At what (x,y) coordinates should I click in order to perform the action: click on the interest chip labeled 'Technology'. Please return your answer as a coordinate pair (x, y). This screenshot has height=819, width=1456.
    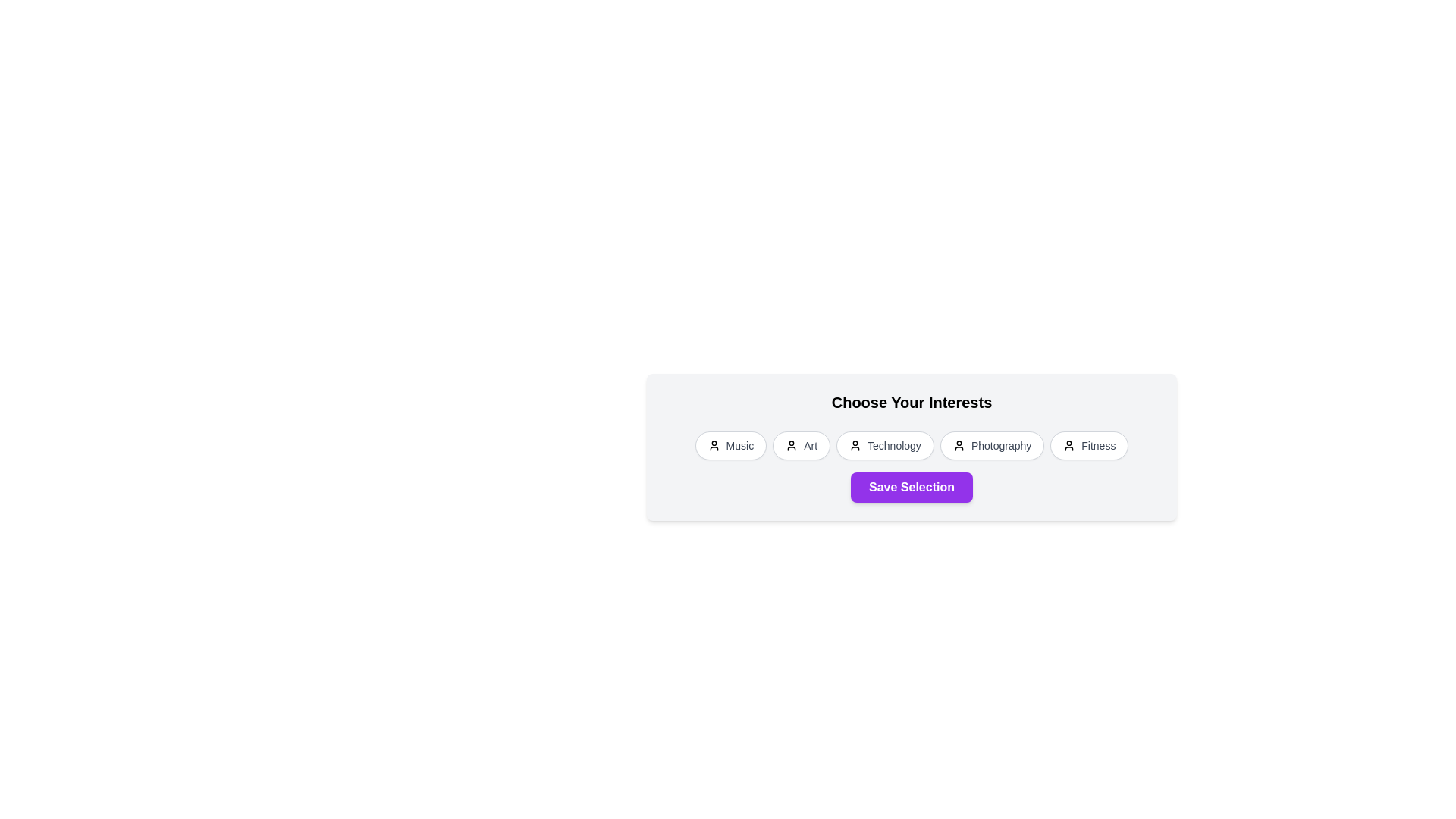
    Looking at the image, I should click on (885, 444).